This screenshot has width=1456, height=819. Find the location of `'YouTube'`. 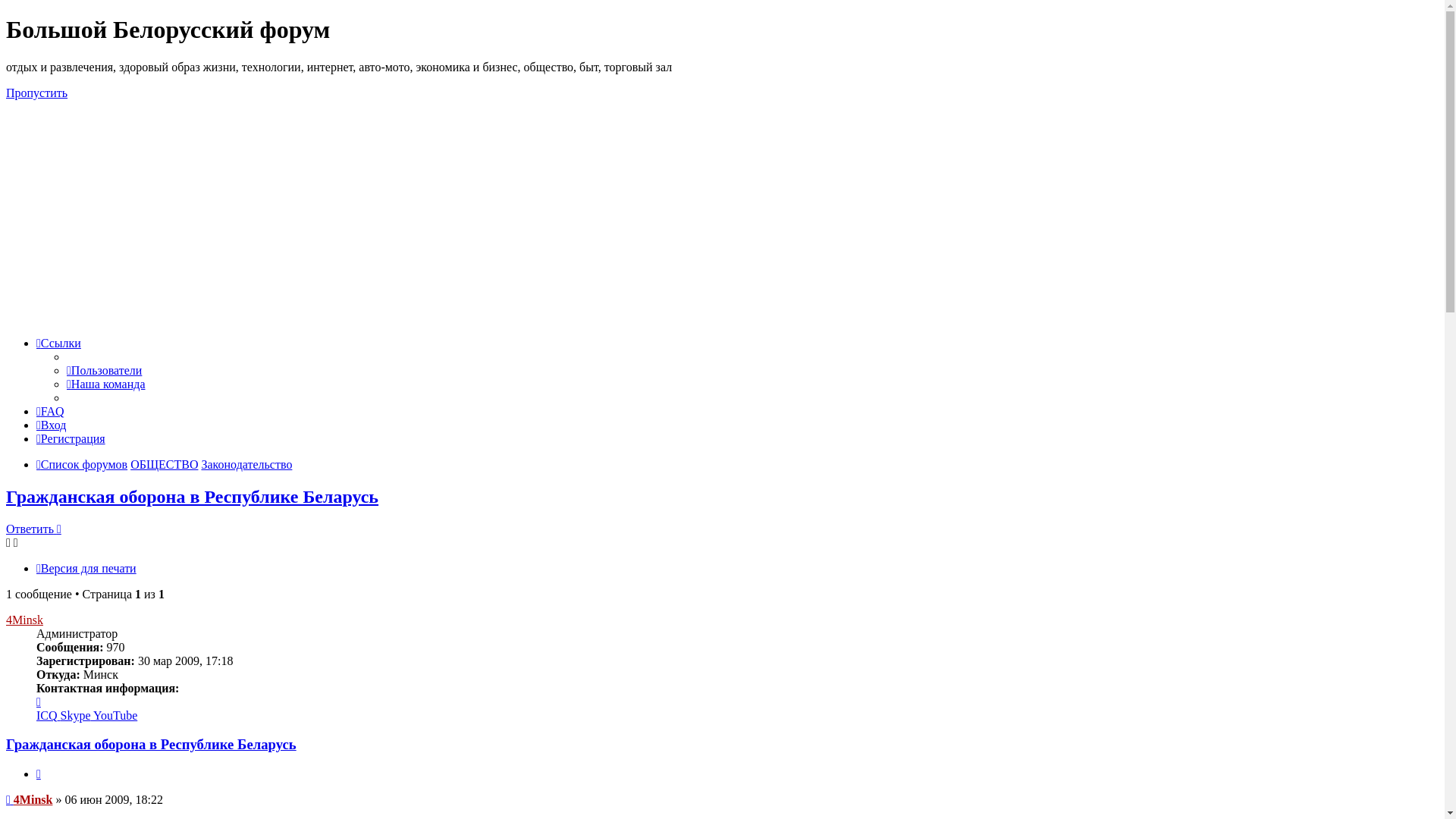

'YouTube' is located at coordinates (115, 715).